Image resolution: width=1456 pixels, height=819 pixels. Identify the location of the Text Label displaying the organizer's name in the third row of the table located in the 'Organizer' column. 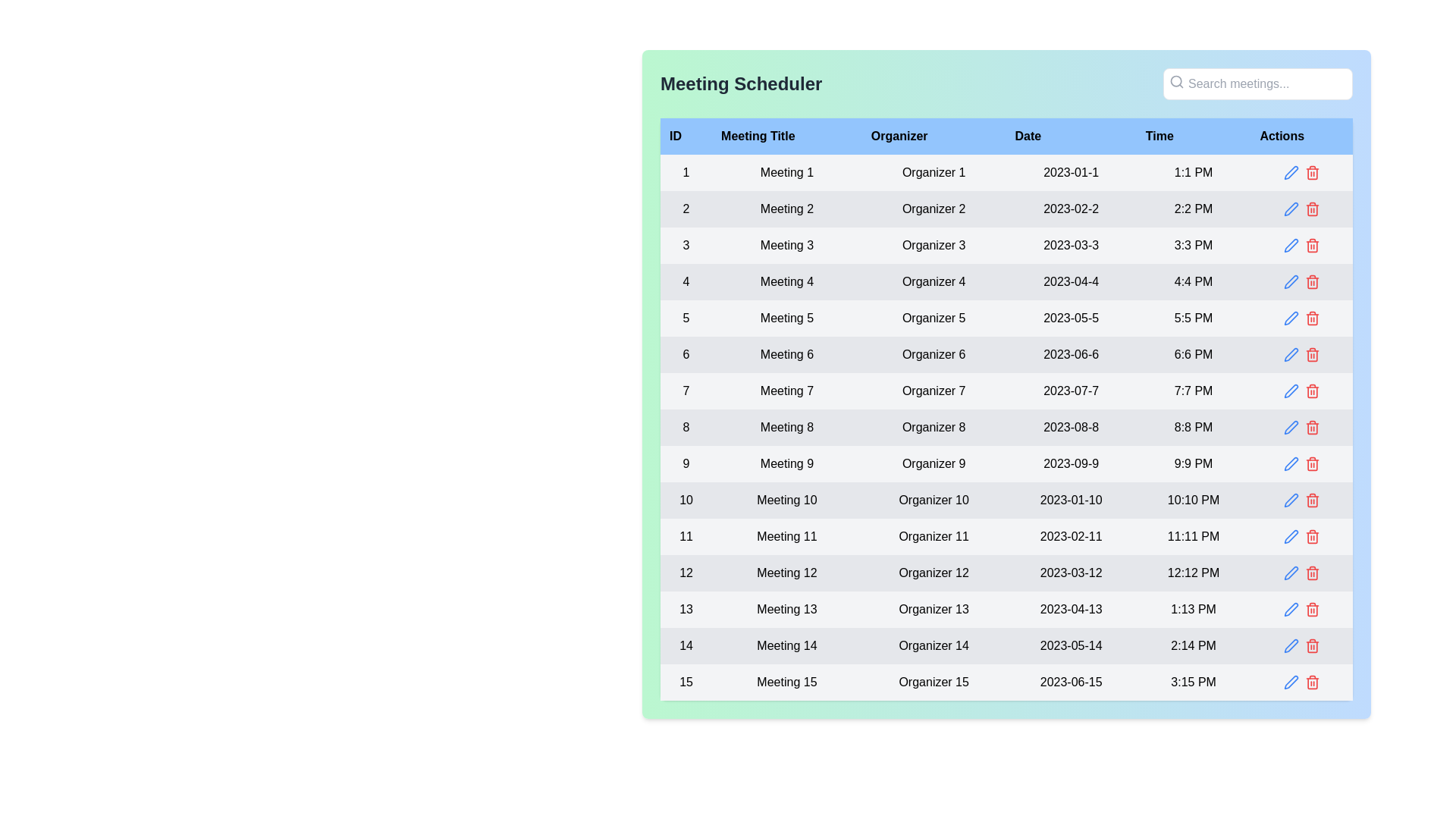
(933, 245).